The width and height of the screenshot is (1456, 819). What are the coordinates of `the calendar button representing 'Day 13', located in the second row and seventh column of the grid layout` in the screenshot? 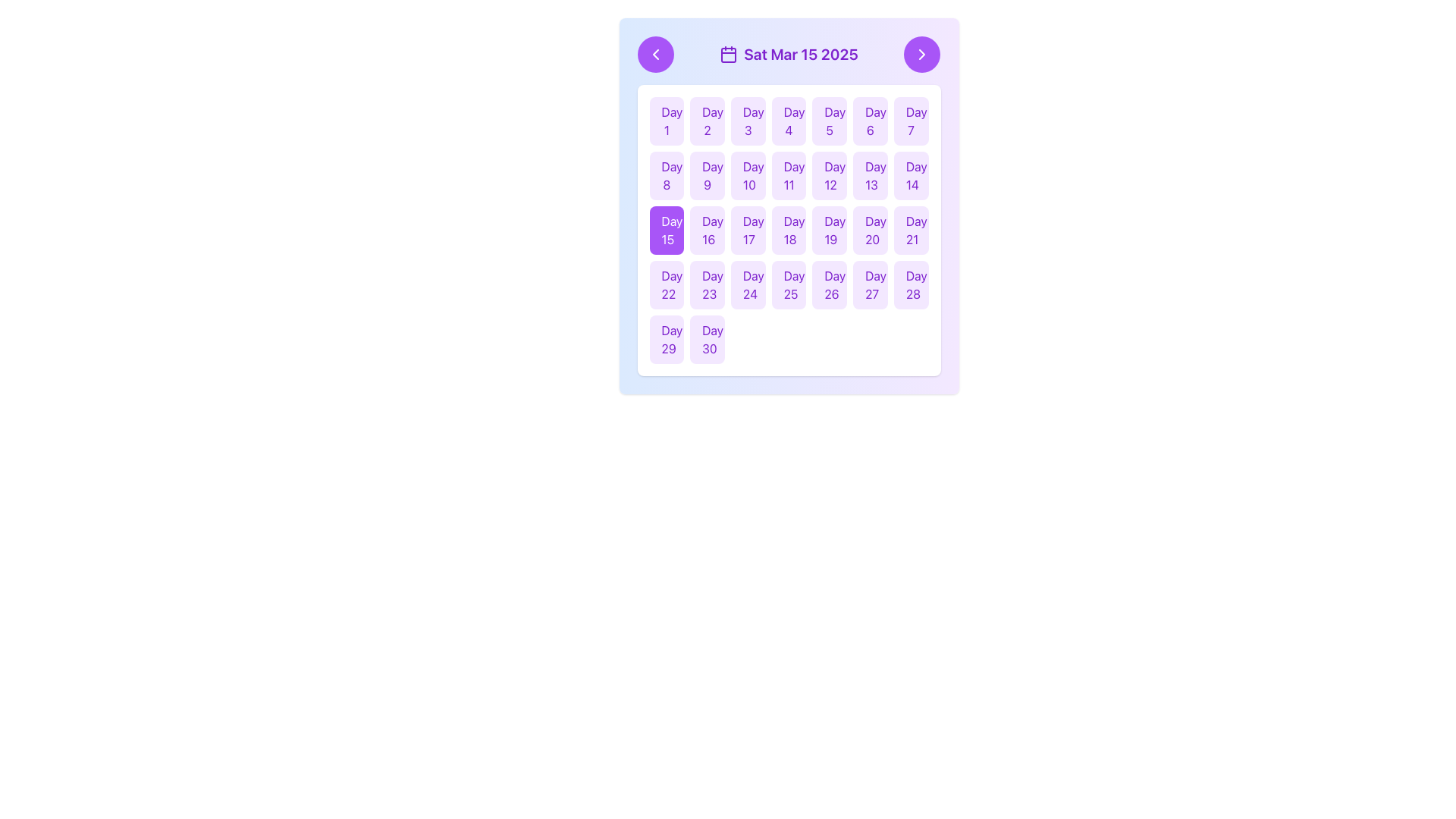 It's located at (870, 174).